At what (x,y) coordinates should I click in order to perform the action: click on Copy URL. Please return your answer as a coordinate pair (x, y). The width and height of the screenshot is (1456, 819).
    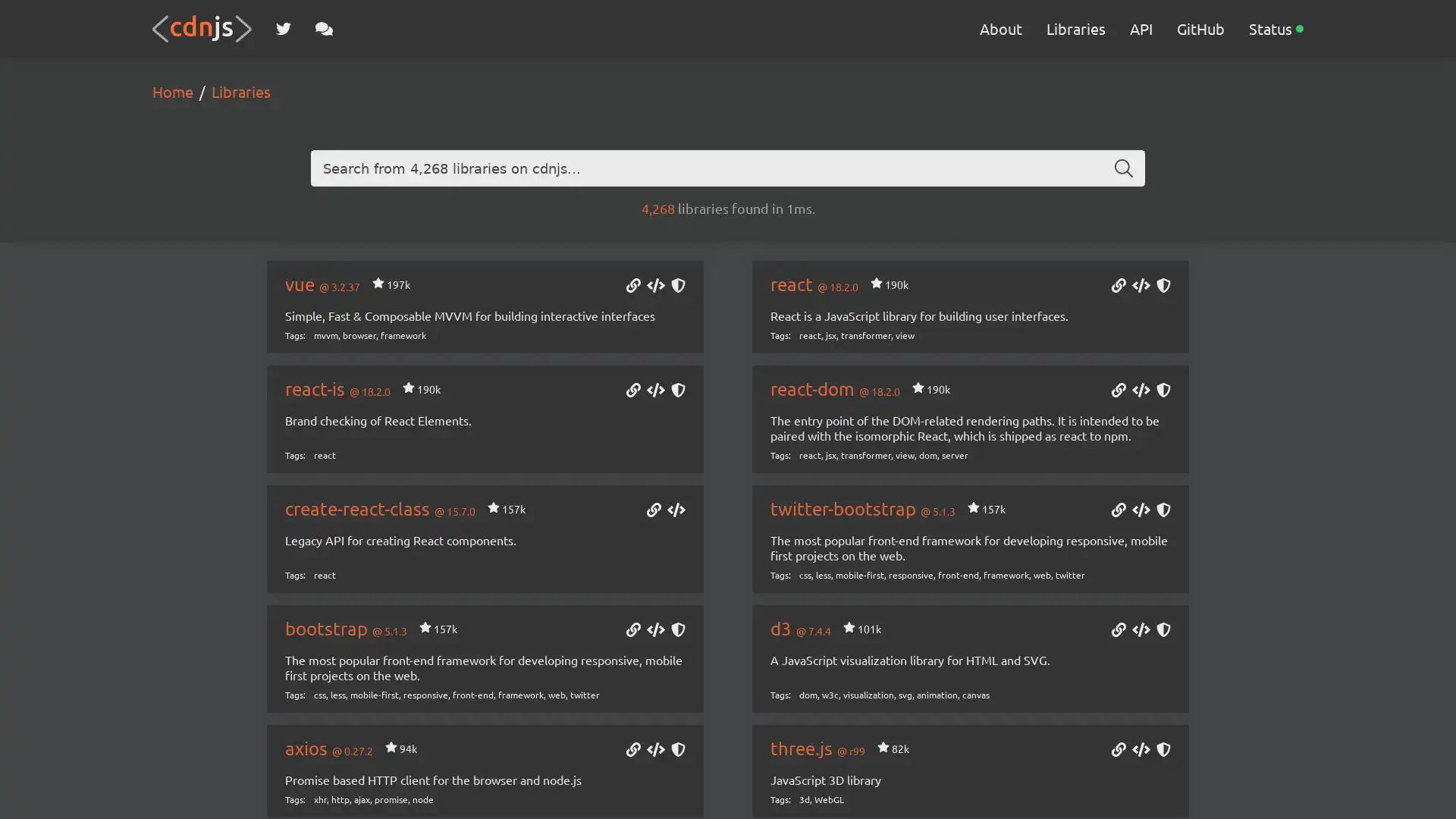
    Looking at the image, I should click on (1118, 631).